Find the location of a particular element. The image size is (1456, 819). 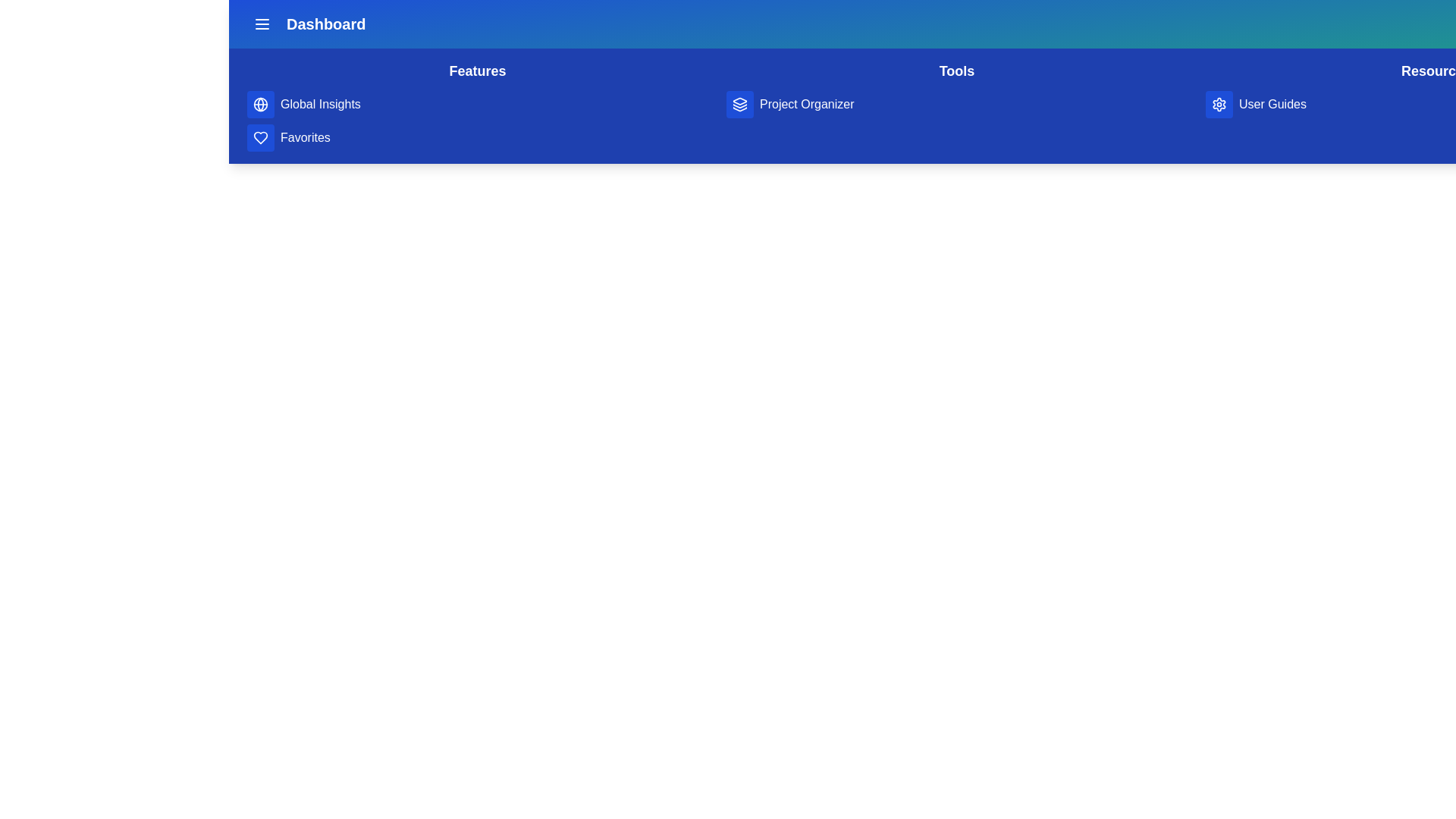

the blue heart icon representing the 'Favorites' feature located in the left vertical navigation bar below 'Global Insights' is located at coordinates (261, 137).